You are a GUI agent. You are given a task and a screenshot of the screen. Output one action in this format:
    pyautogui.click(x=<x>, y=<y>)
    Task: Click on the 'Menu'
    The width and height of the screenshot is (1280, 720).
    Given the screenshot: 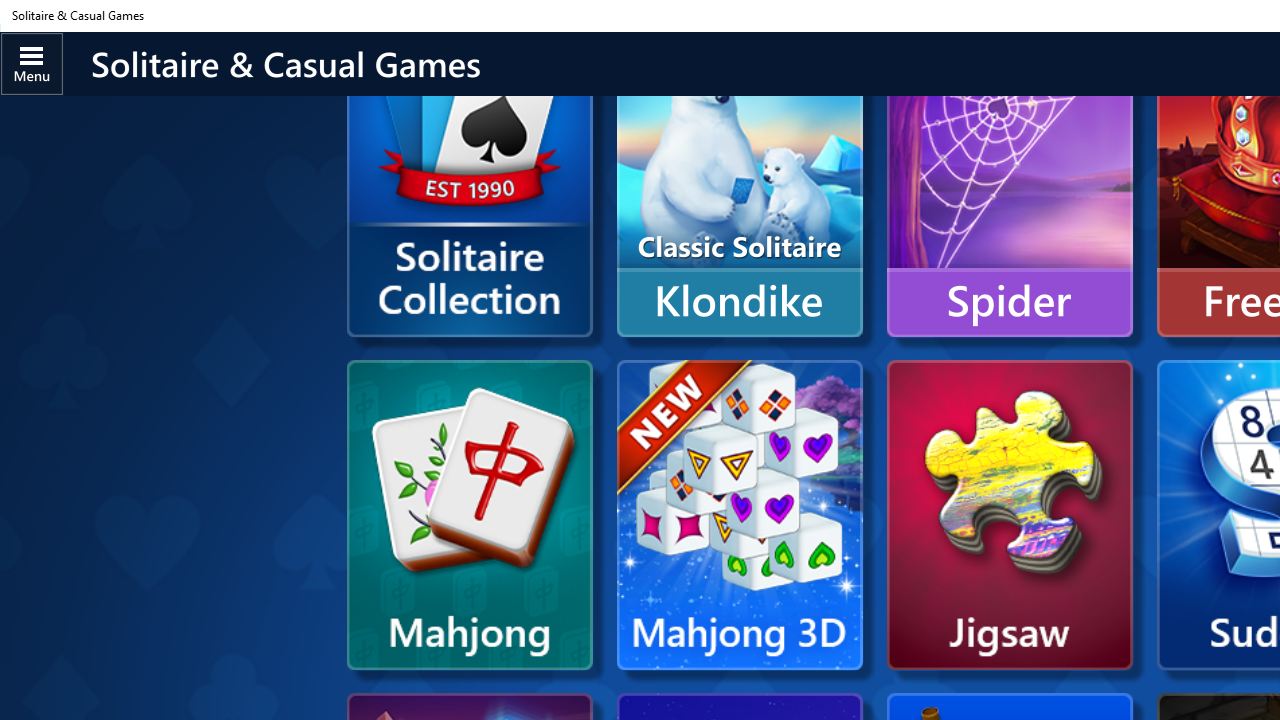 What is the action you would take?
    pyautogui.click(x=32, y=62)
    